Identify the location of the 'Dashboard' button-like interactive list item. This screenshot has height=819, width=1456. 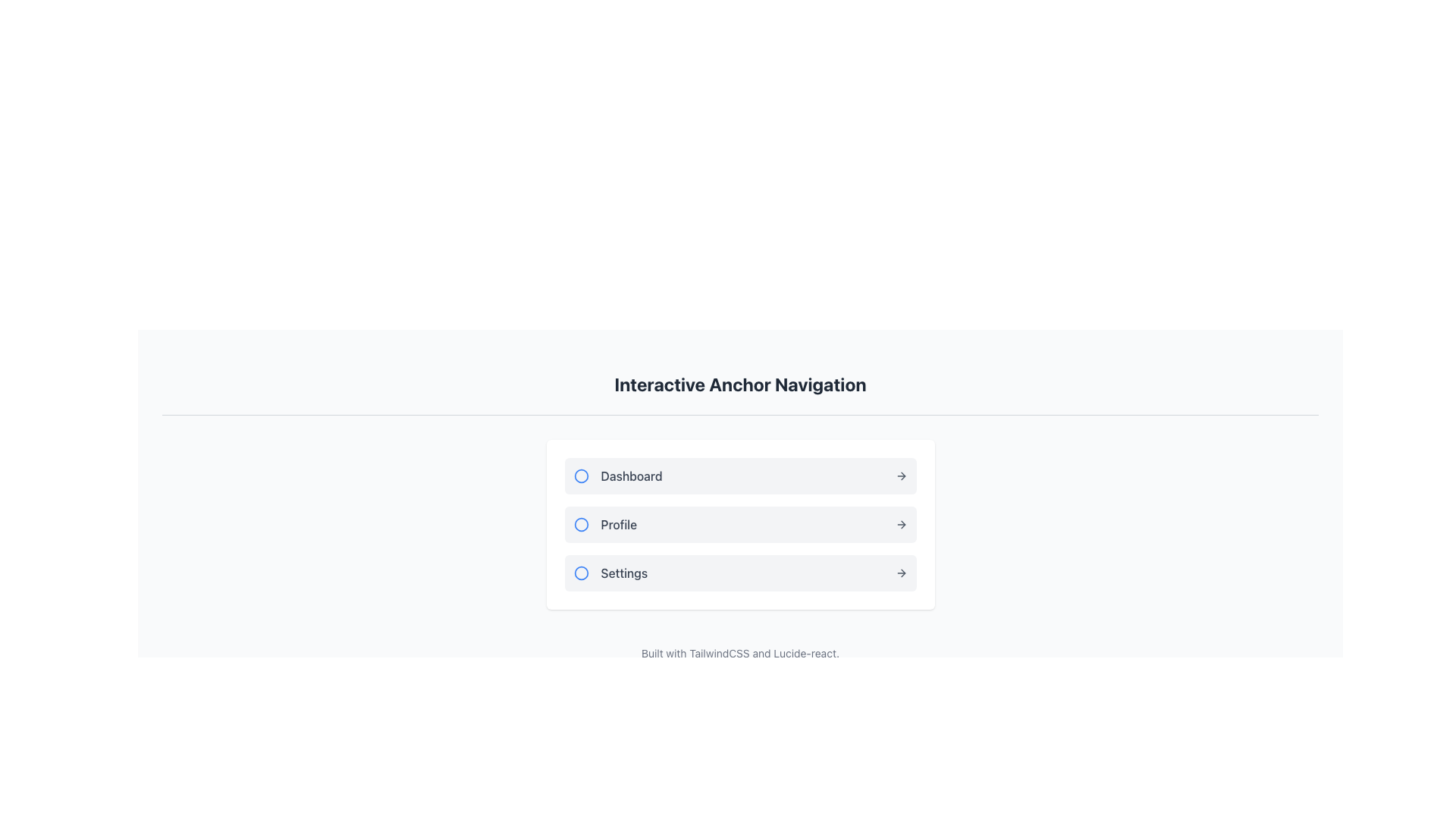
(740, 475).